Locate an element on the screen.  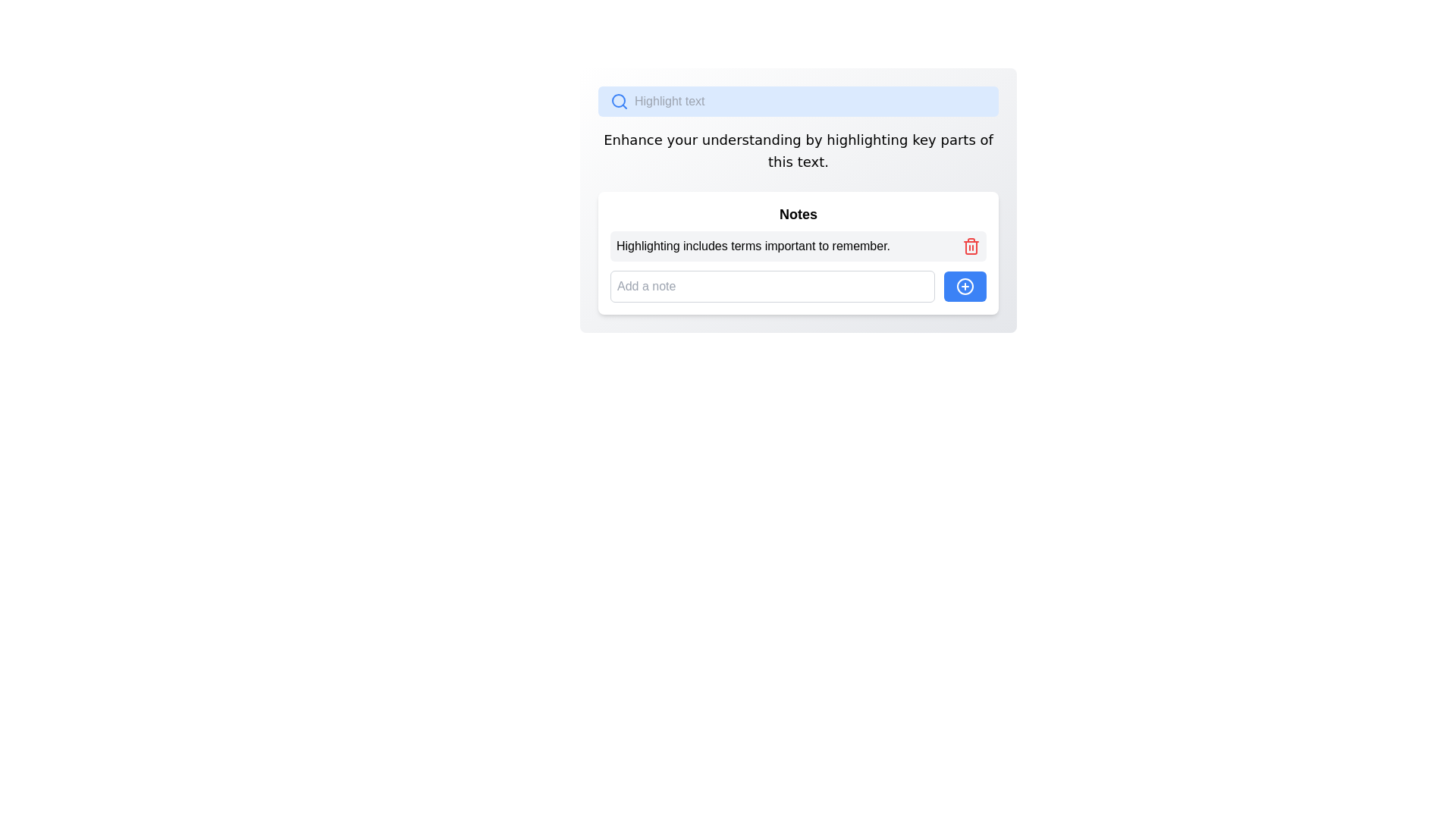
the text character 'g' in the sentence 'Enhance your understanding by highlighting key parts of this text.' is located at coordinates (868, 140).